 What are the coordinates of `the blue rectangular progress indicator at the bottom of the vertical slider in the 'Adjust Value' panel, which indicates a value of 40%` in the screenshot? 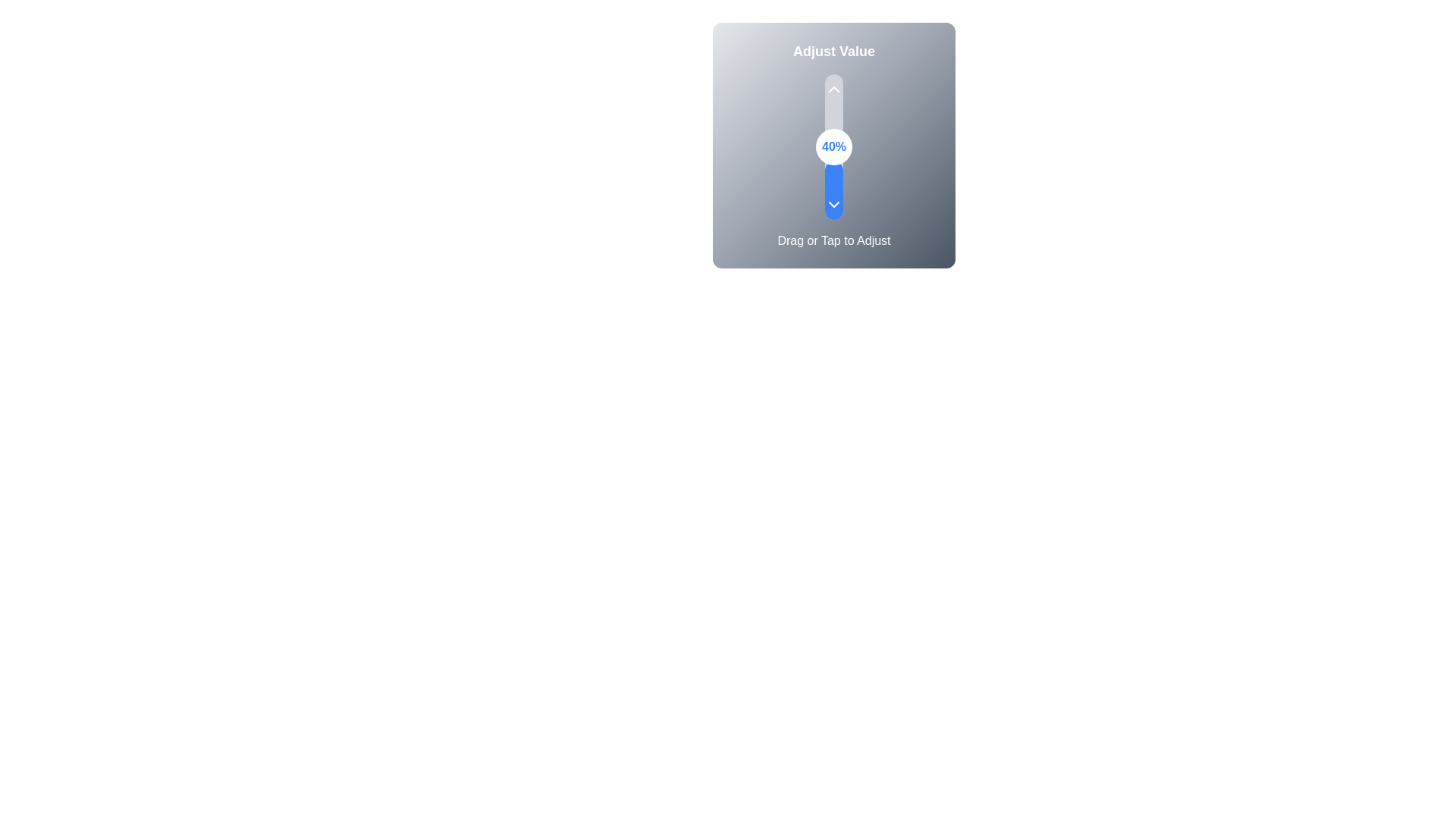 It's located at (833, 189).